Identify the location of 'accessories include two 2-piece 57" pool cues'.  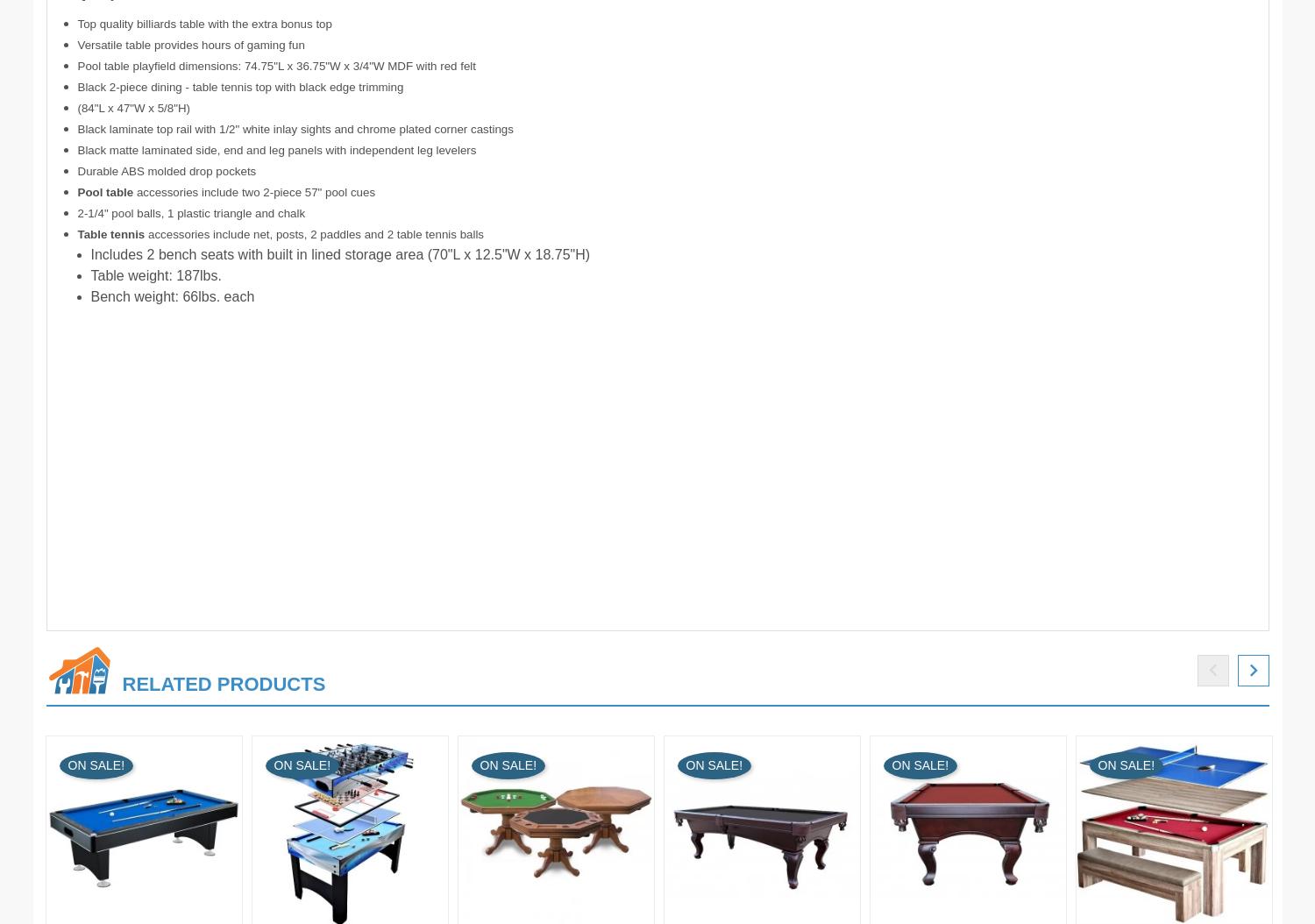
(253, 192).